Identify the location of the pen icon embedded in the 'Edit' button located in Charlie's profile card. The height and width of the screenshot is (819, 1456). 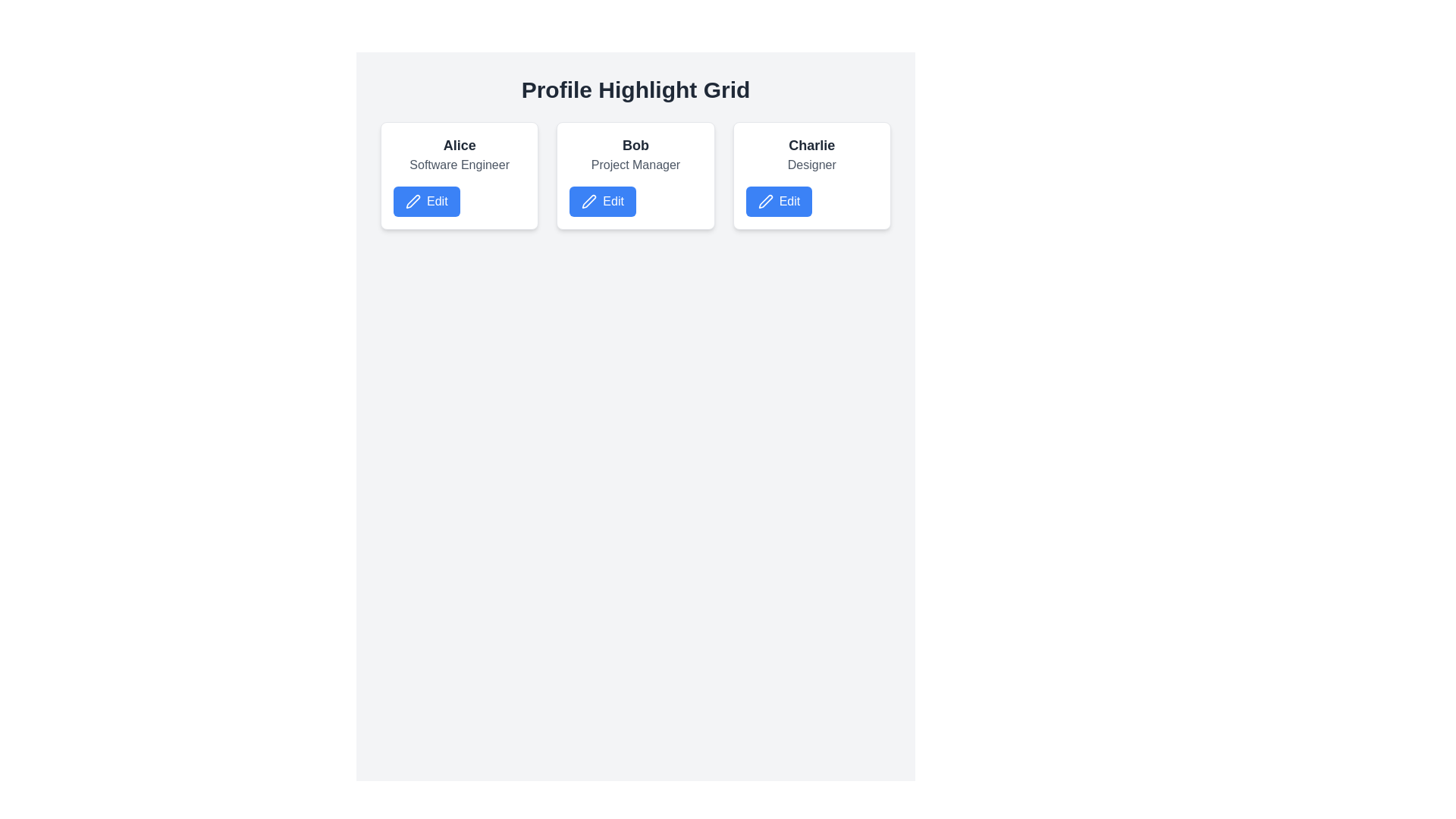
(765, 201).